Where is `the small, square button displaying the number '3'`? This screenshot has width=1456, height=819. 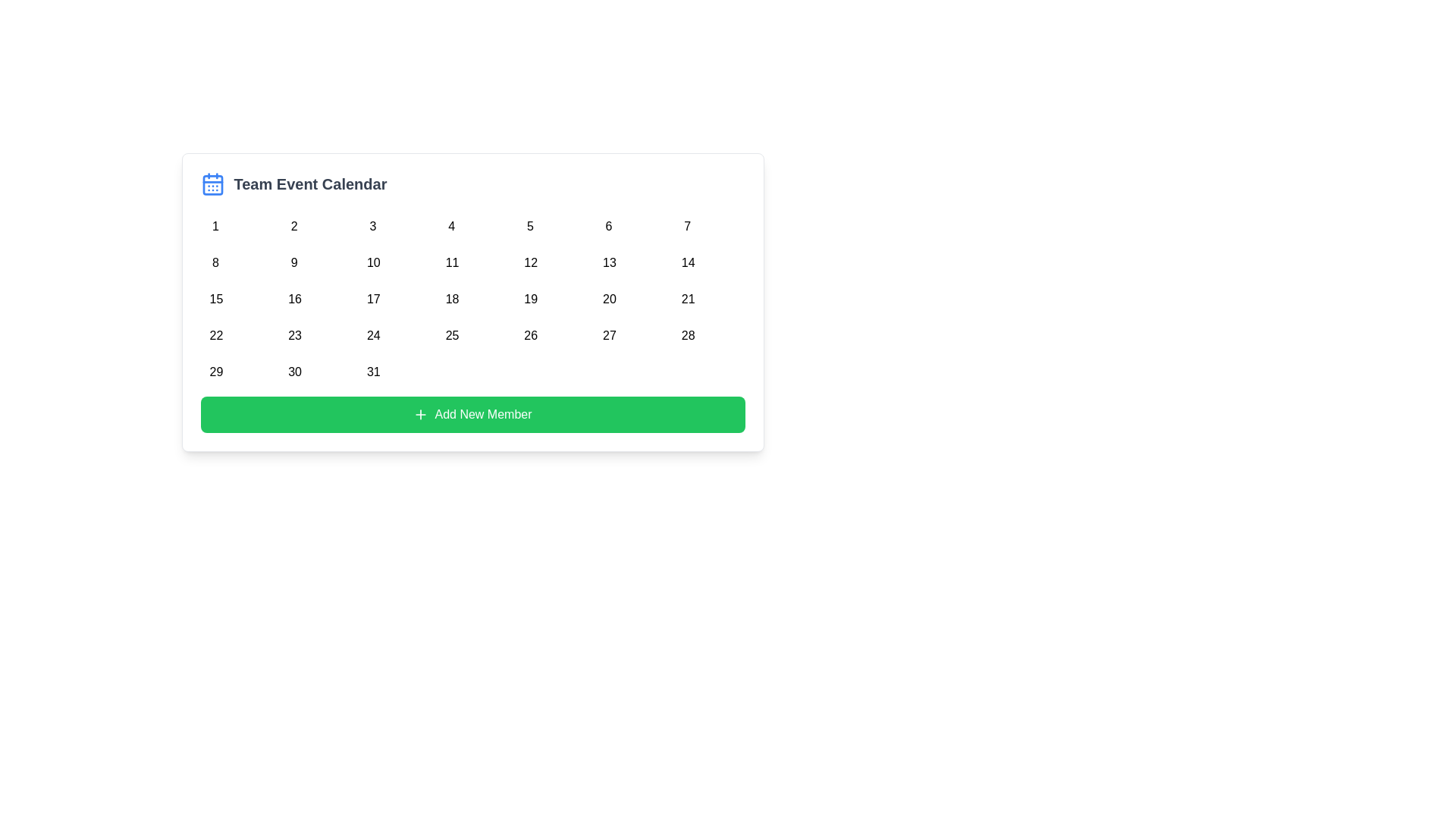
the small, square button displaying the number '3' is located at coordinates (372, 223).